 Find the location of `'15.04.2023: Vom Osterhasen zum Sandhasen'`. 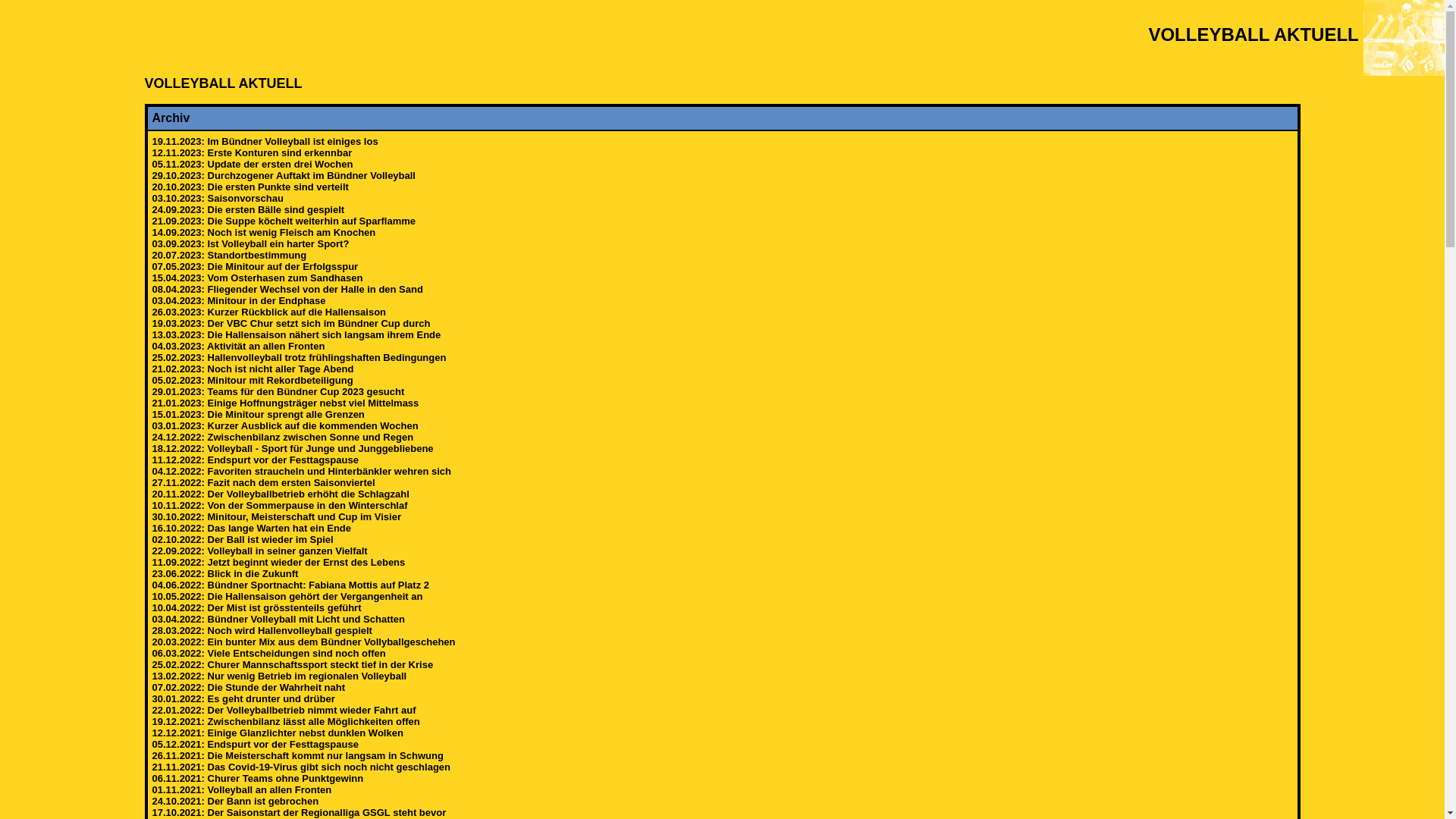

'15.04.2023: Vom Osterhasen zum Sandhasen' is located at coordinates (257, 278).